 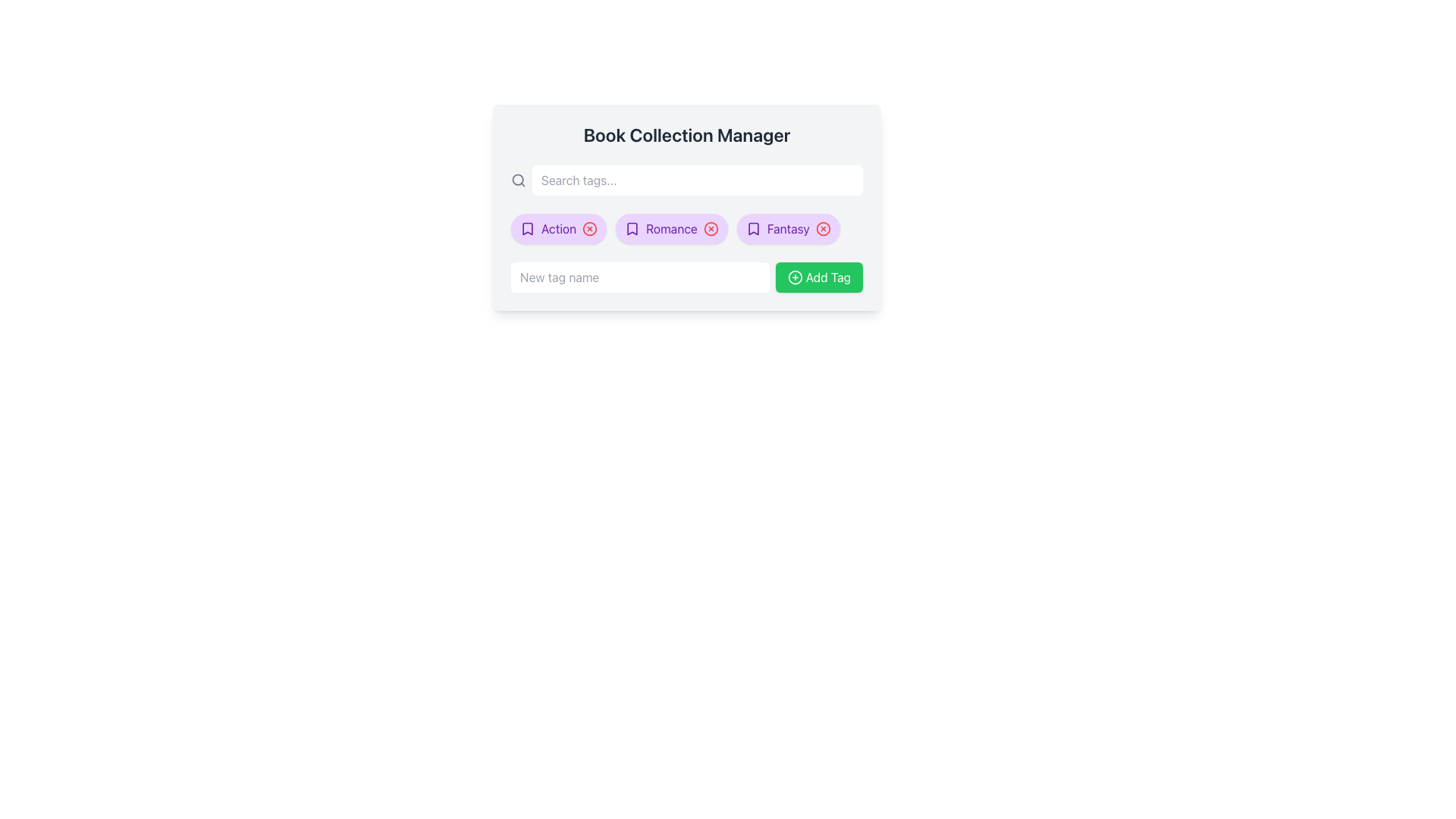 What do you see at coordinates (528, 228) in the screenshot?
I see `the bookmark icon with a purple outline located within the rectangular capsule labeled 'Action.'` at bounding box center [528, 228].